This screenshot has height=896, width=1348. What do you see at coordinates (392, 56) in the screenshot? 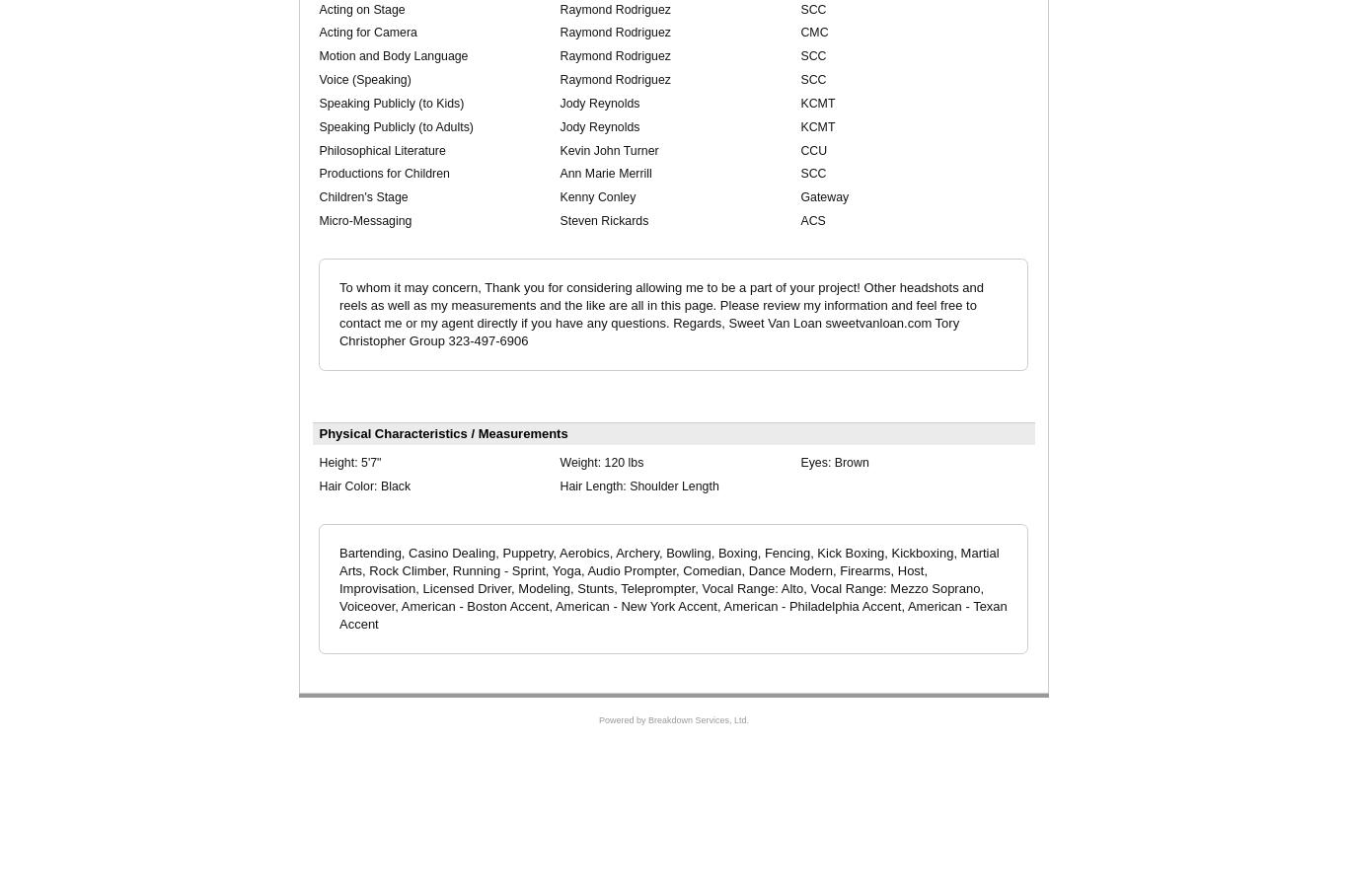
I see `'Motion and Body Language'` at bounding box center [392, 56].